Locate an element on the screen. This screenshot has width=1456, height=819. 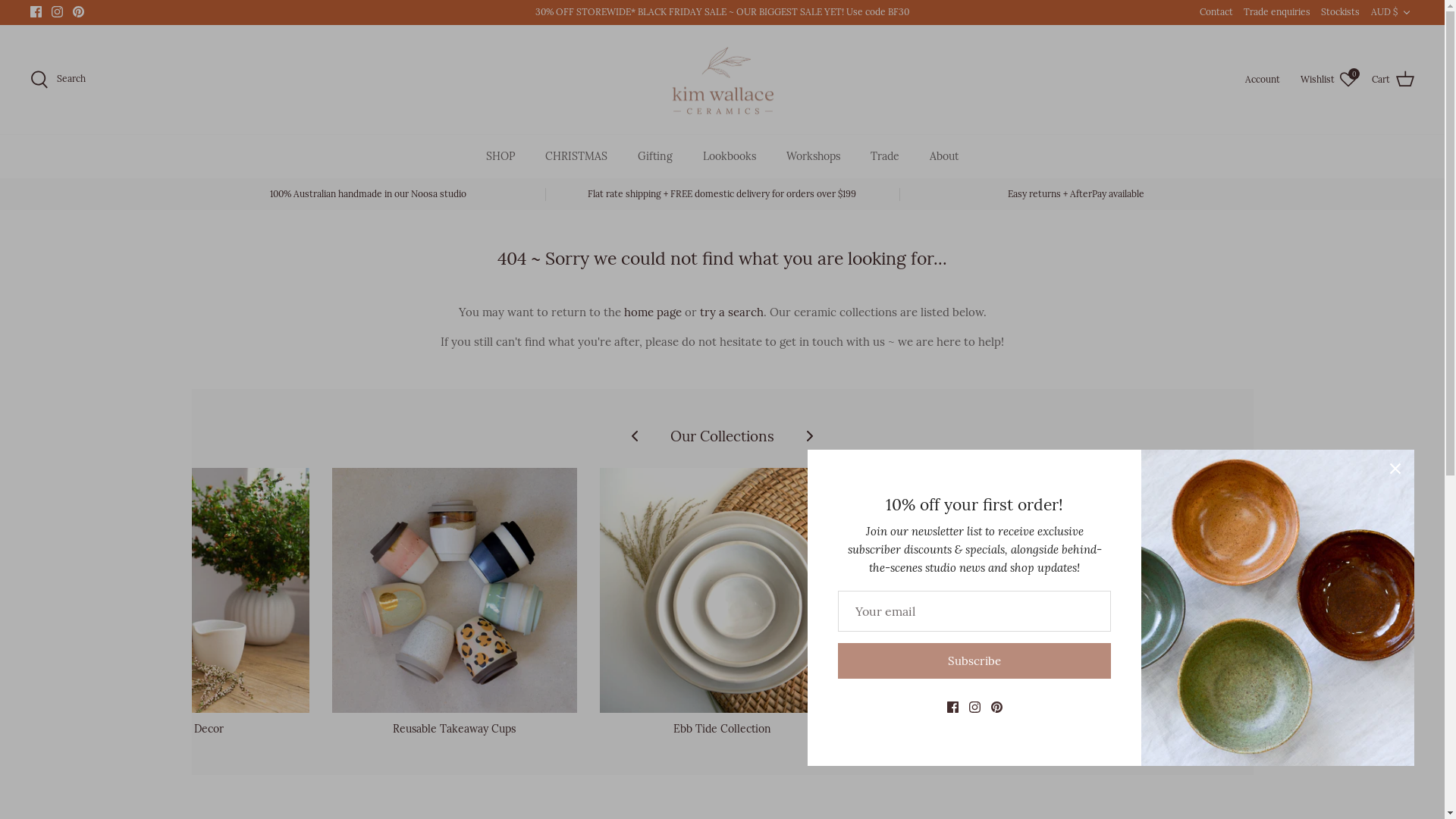
'Trade enquiries' is located at coordinates (1276, 12).